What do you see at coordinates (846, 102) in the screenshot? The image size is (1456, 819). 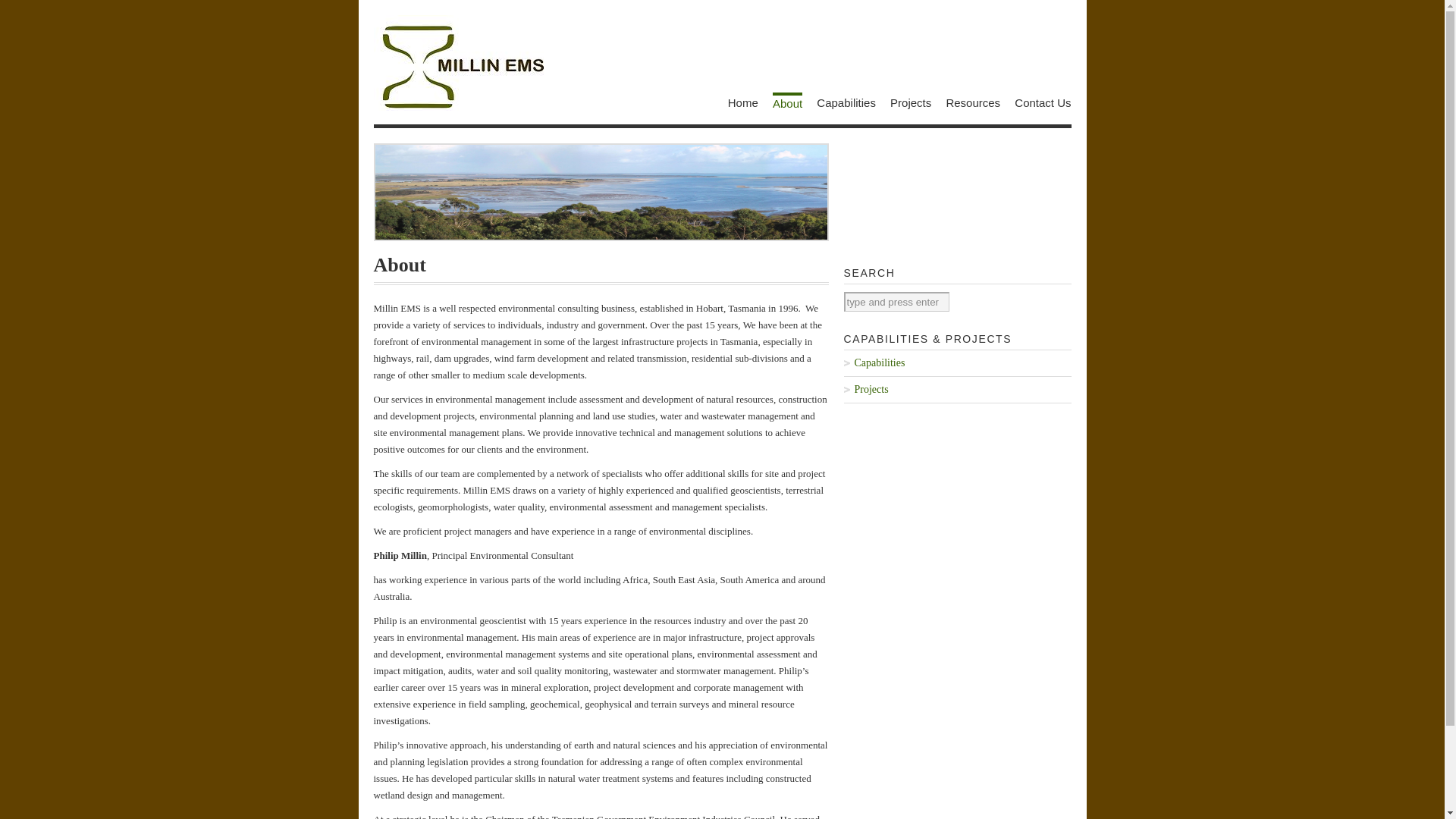 I see `'Capabilities'` at bounding box center [846, 102].